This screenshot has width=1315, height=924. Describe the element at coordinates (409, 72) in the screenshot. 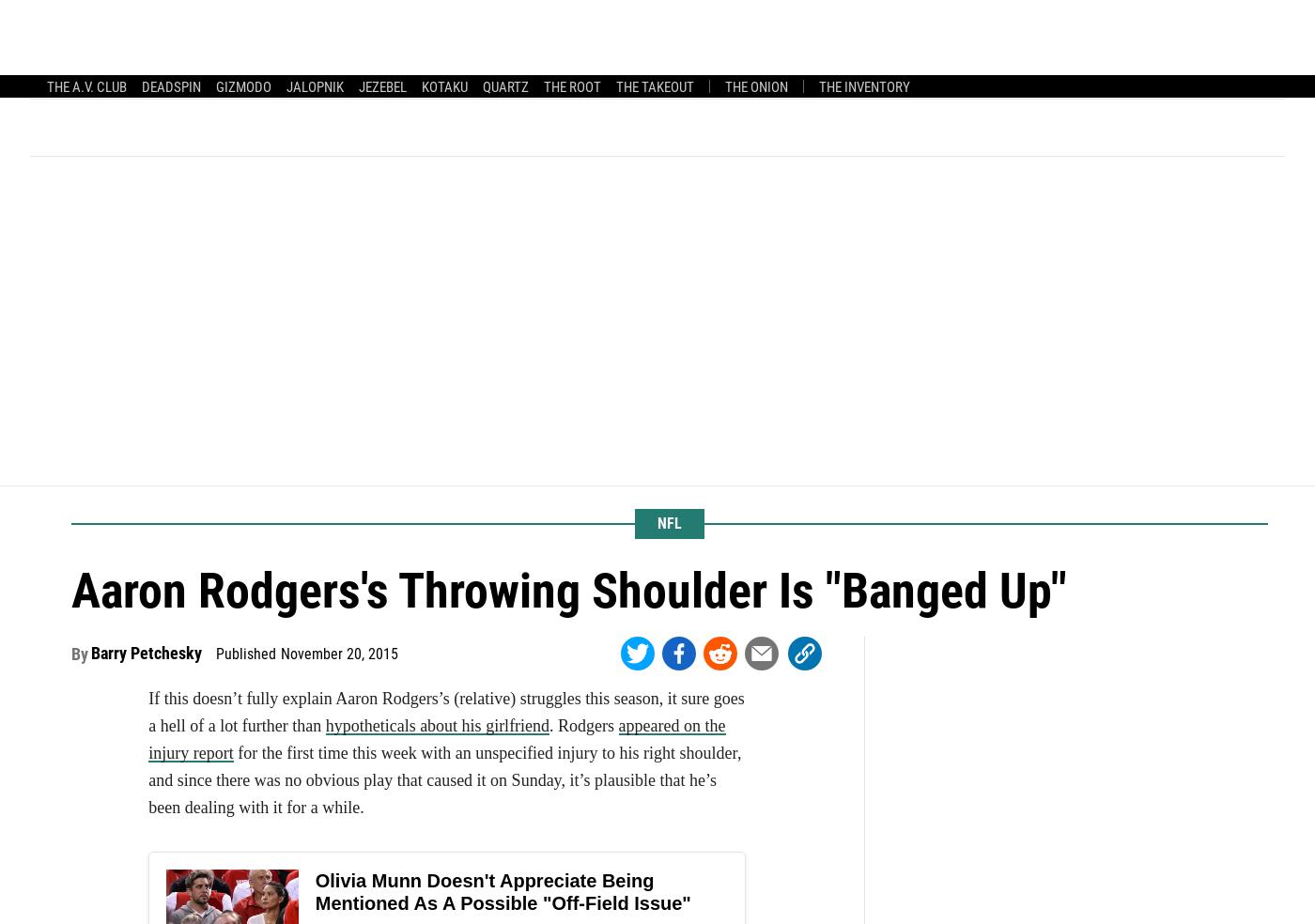

I see `'En Español'` at that location.